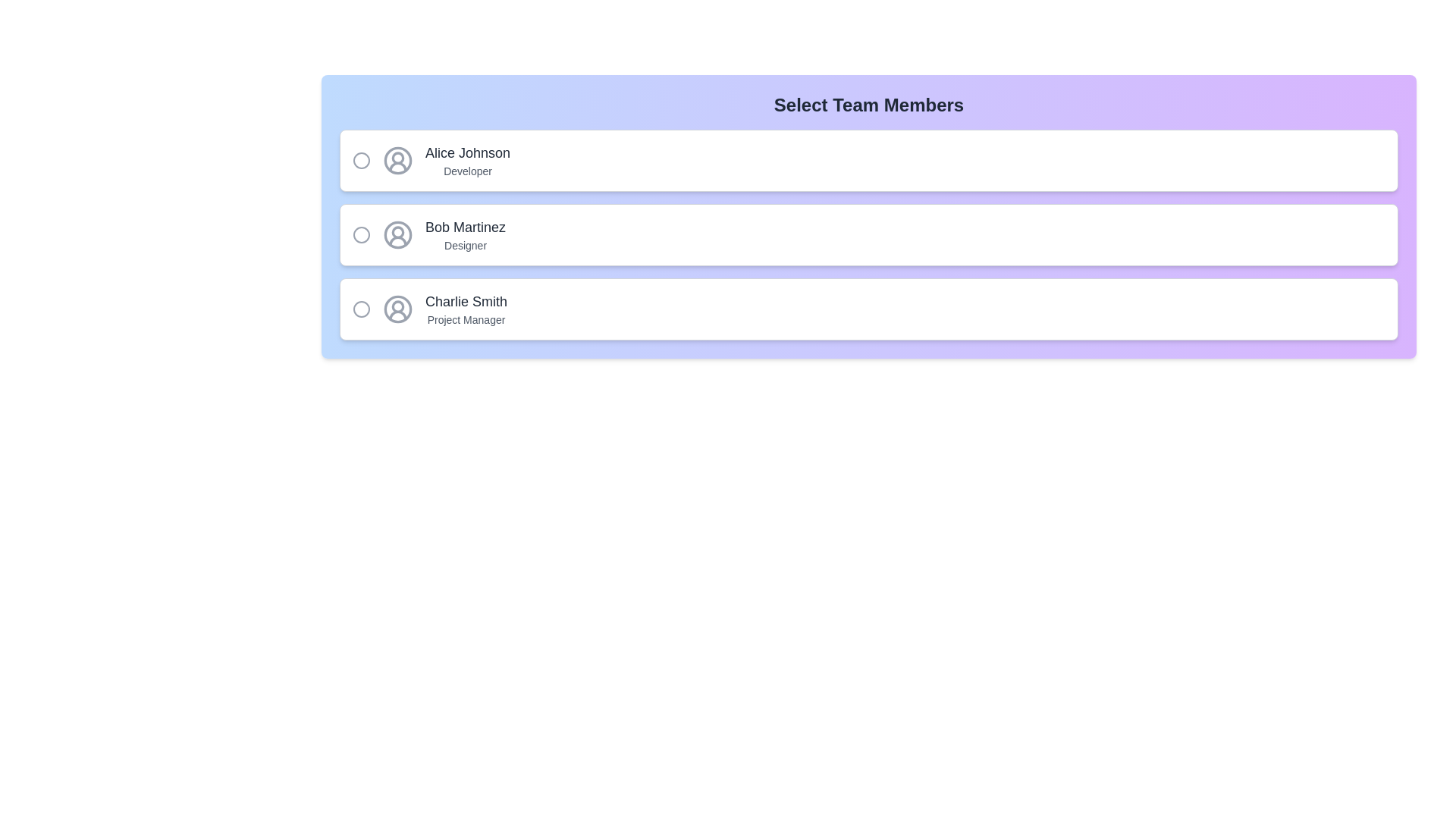 This screenshot has width=1456, height=819. What do you see at coordinates (397, 309) in the screenshot?
I see `the decorative SVG circle graphic representing the profile picture placeholder located on the right side of the third row under 'Select Team Members', adjacent to the 'Charlie Smith' label` at bounding box center [397, 309].